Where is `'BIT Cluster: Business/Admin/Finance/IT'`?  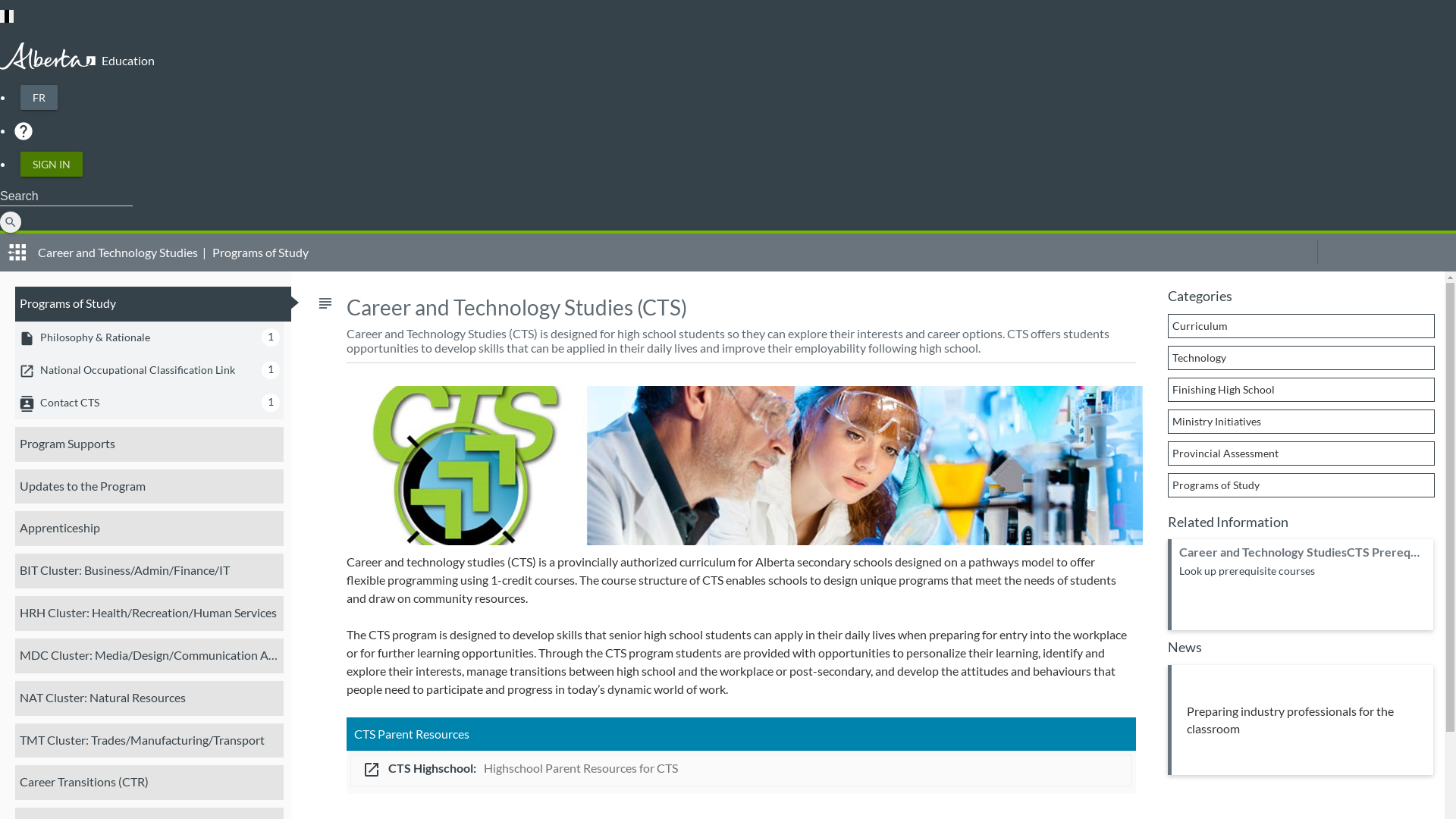 'BIT Cluster: Business/Admin/Finance/IT' is located at coordinates (149, 570).